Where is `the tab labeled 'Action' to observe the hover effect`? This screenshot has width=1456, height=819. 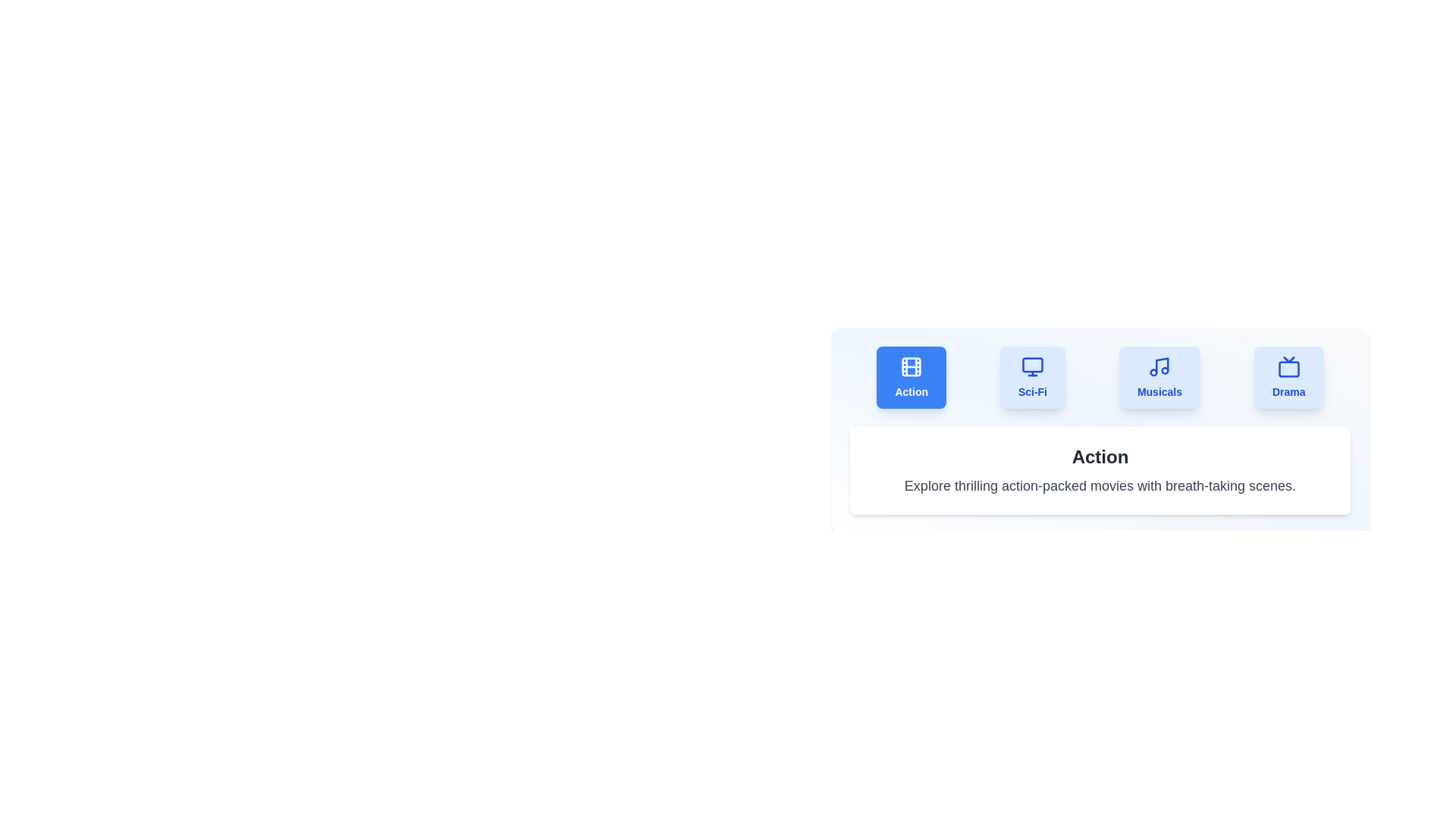
the tab labeled 'Action' to observe the hover effect is located at coordinates (911, 376).